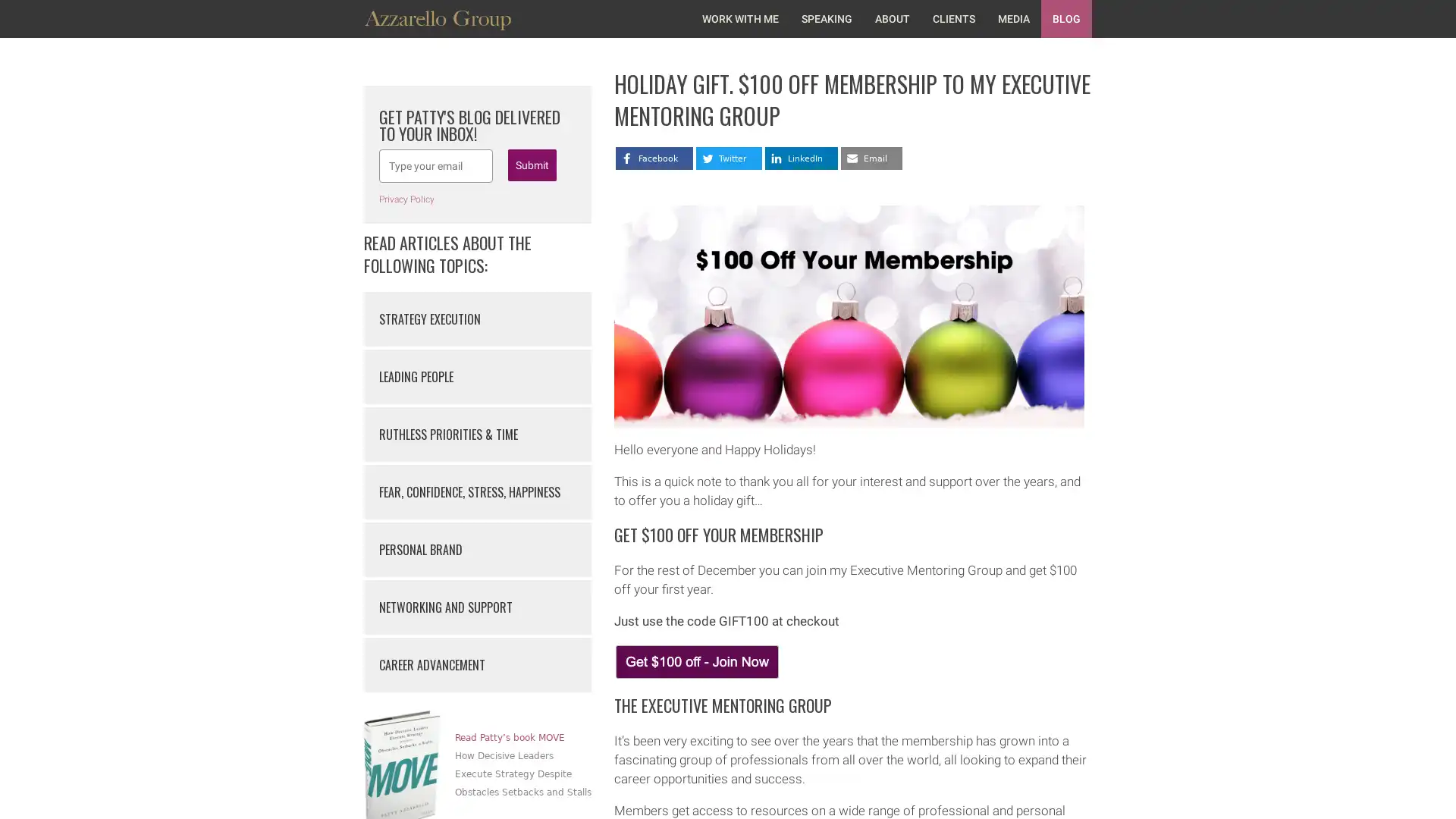 The image size is (1456, 819). Describe the element at coordinates (476, 318) in the screenshot. I see `STRATEGY EXECUTION` at that location.